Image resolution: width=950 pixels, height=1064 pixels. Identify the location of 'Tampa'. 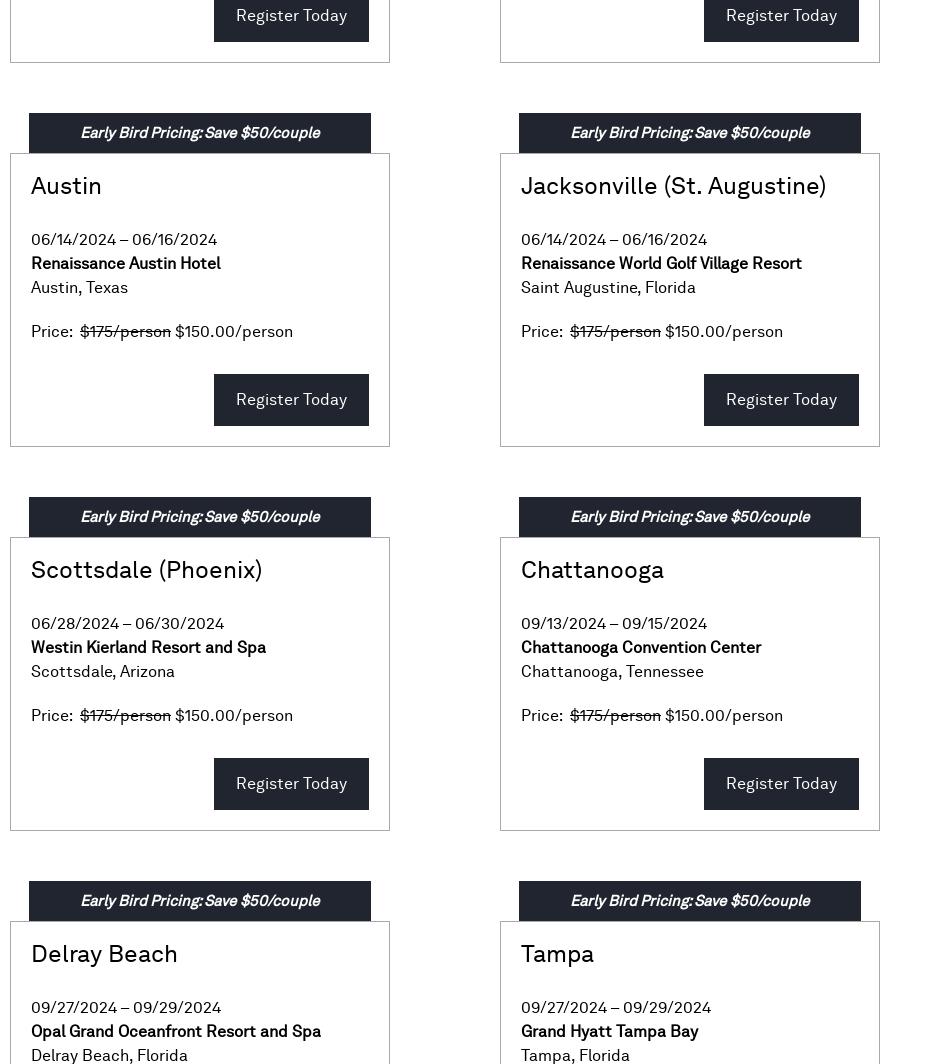
(557, 953).